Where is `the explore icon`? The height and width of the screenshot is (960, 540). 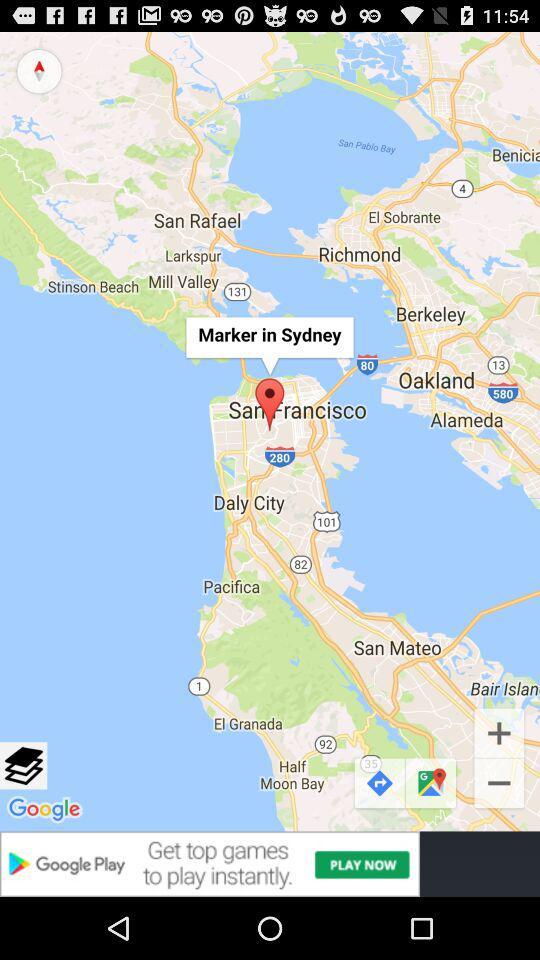 the explore icon is located at coordinates (39, 75).